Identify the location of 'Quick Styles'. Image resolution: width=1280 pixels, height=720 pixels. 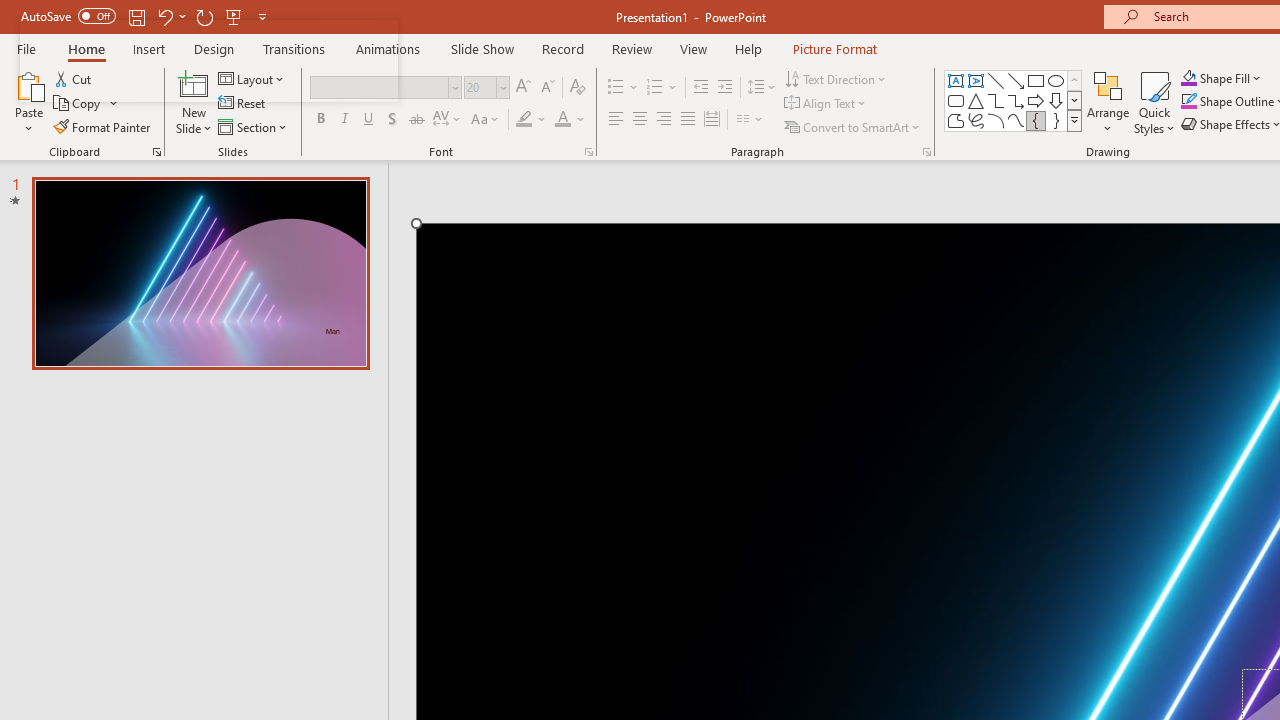
(1154, 103).